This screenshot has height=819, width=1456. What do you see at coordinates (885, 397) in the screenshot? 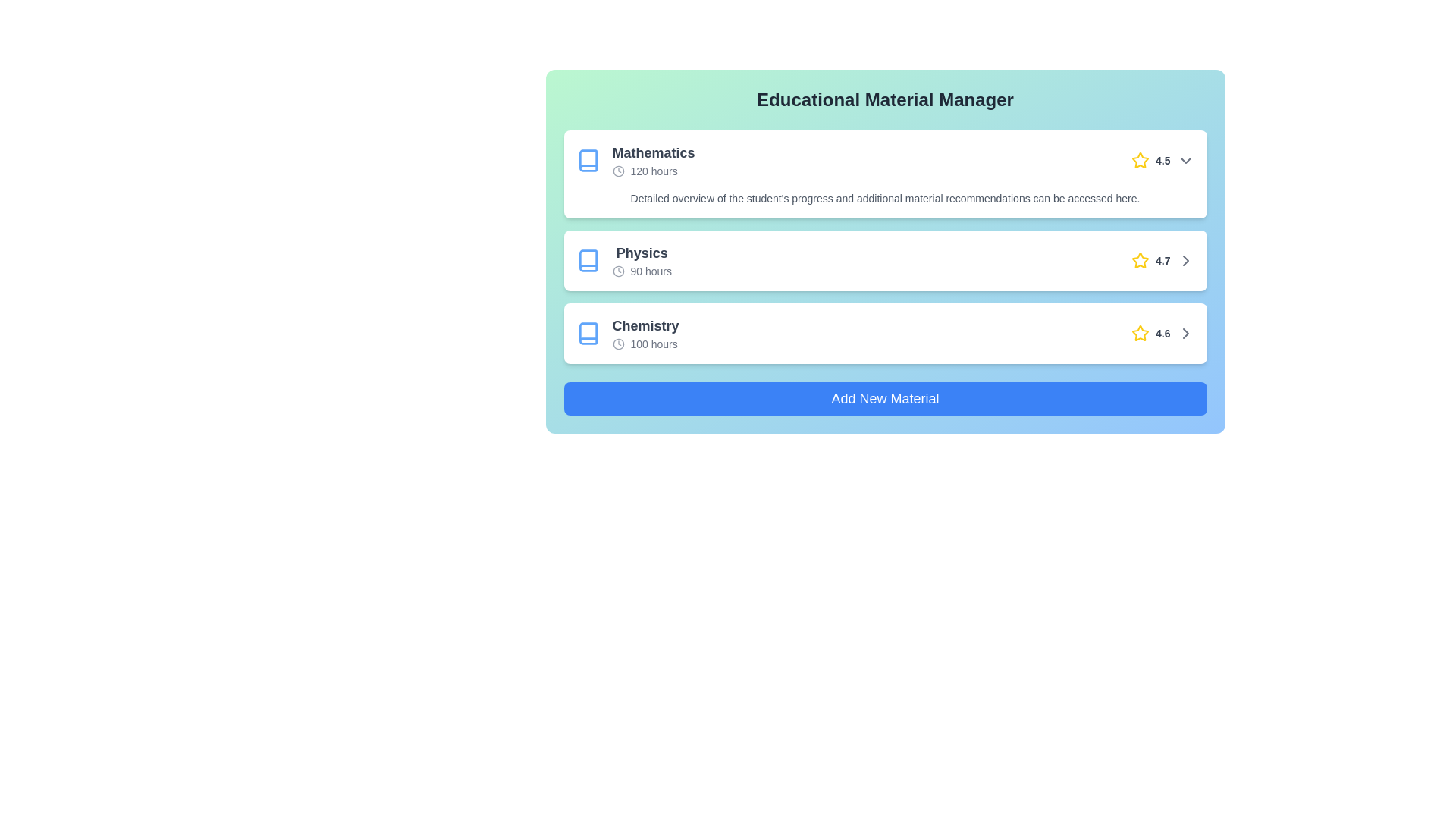
I see `the 'Add New Material' button to initiate the process of adding a new material` at bounding box center [885, 397].